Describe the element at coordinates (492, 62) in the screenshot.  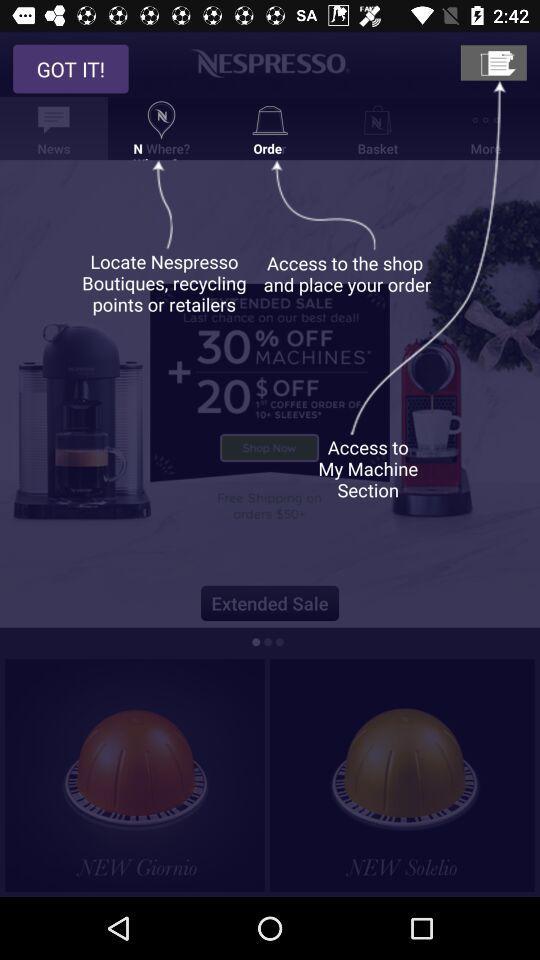
I see `machine section button` at that location.